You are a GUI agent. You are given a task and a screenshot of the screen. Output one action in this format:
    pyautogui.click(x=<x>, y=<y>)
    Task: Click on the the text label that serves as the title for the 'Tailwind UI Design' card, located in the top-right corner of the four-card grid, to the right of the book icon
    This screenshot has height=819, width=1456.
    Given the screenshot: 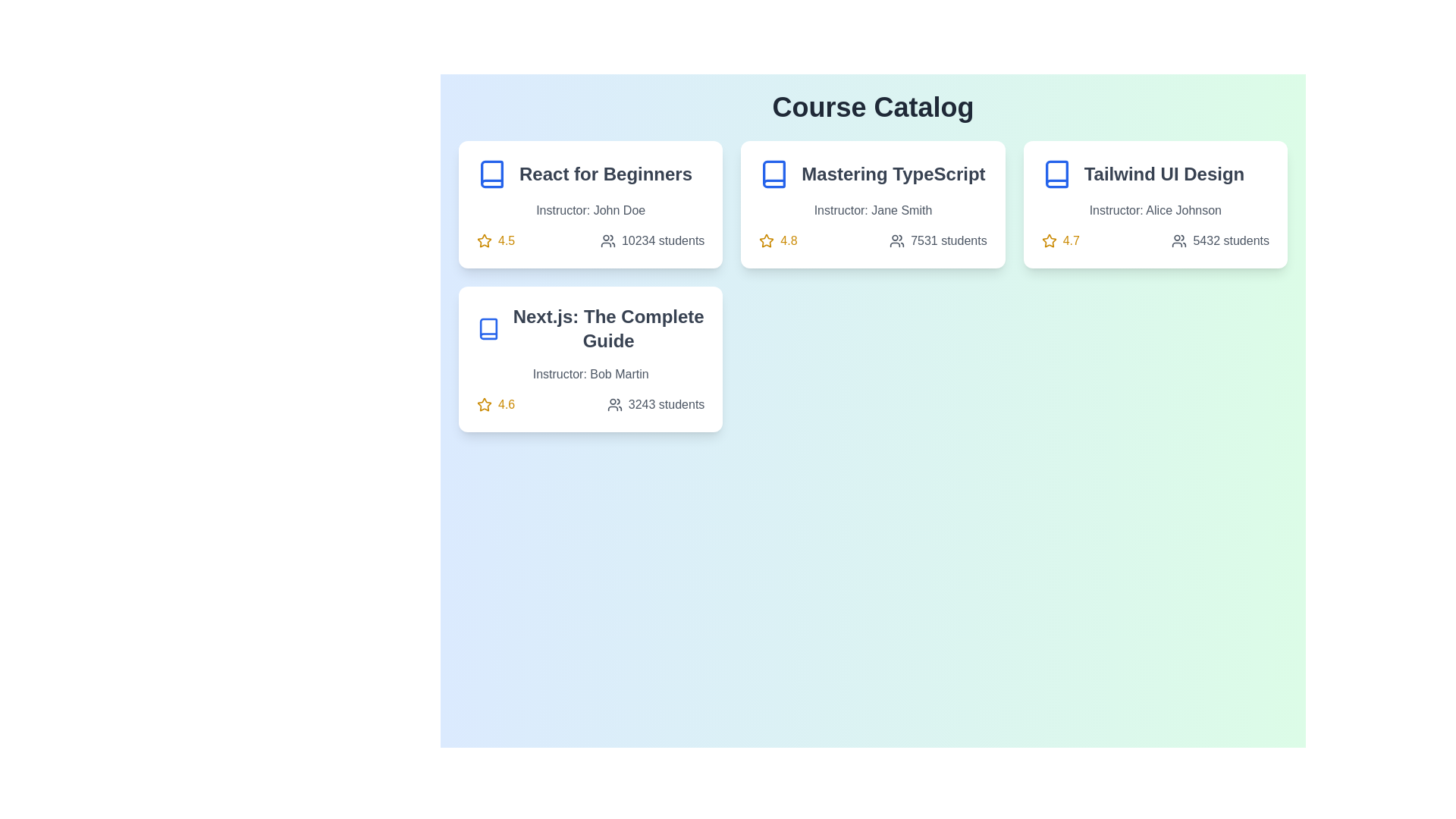 What is the action you would take?
    pyautogui.click(x=1163, y=174)
    